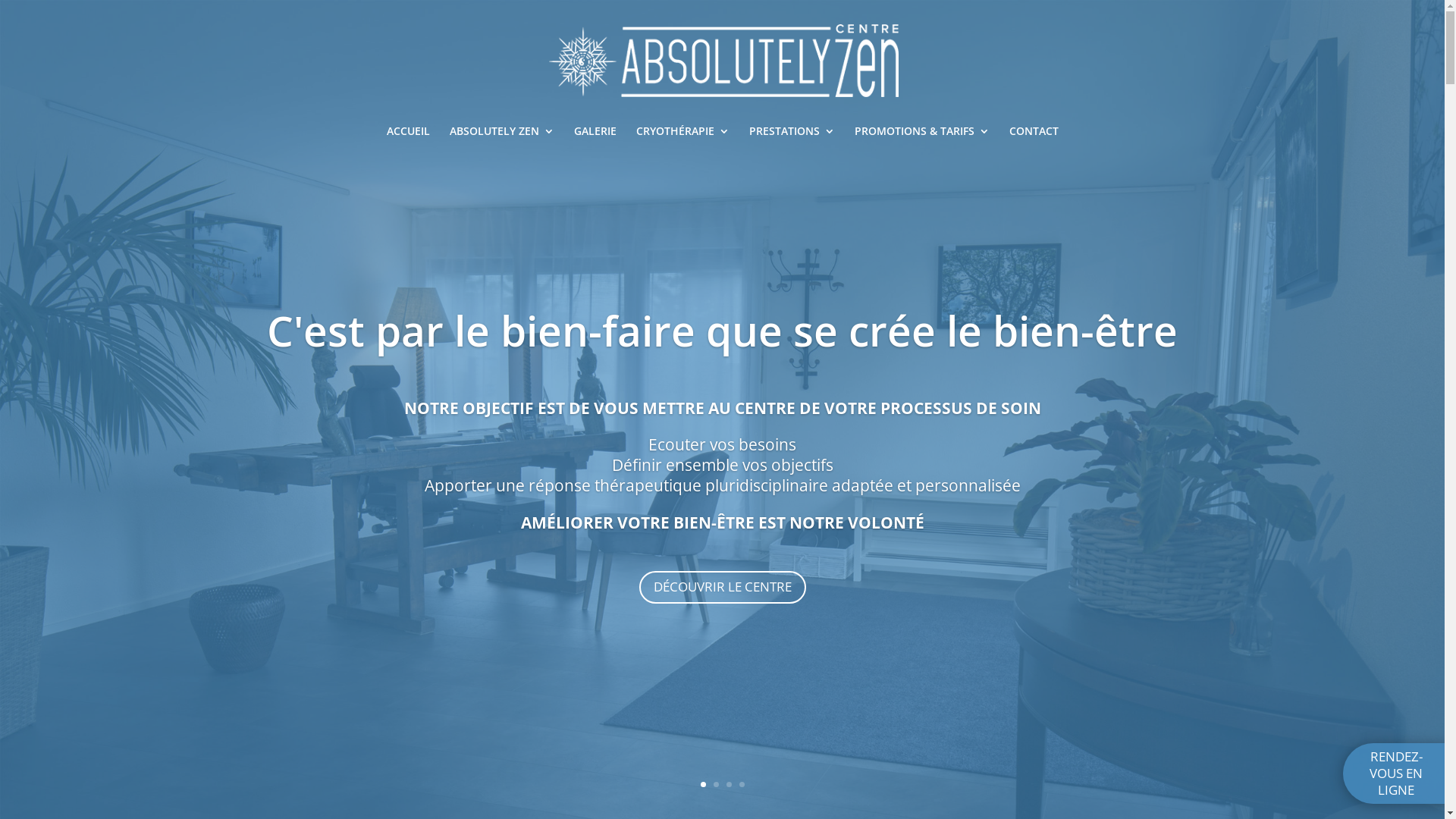  What do you see at coordinates (729, 784) in the screenshot?
I see `'3'` at bounding box center [729, 784].